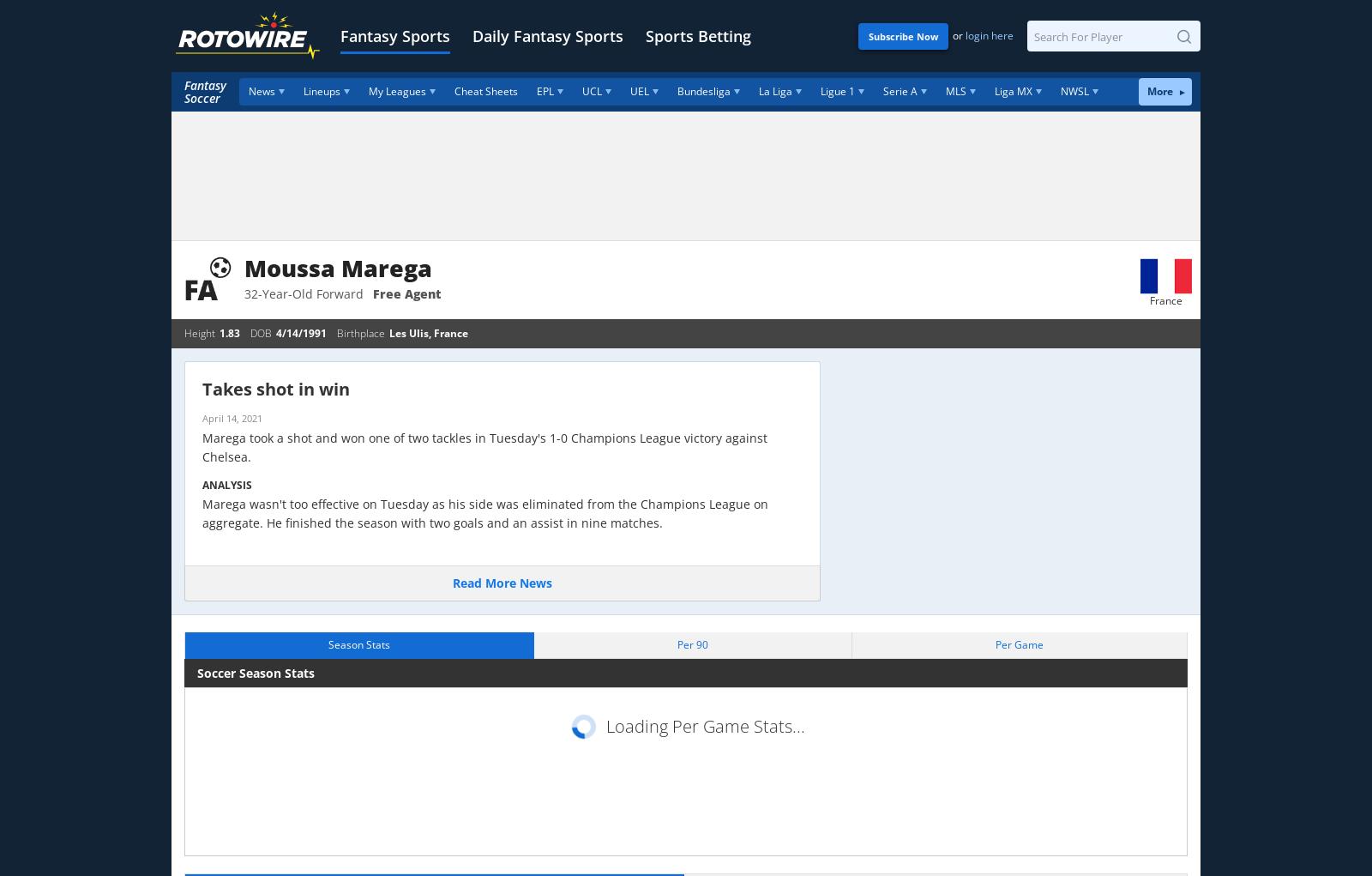 The height and width of the screenshot is (876, 1372). Describe the element at coordinates (696, 35) in the screenshot. I see `'Sports Betting'` at that location.